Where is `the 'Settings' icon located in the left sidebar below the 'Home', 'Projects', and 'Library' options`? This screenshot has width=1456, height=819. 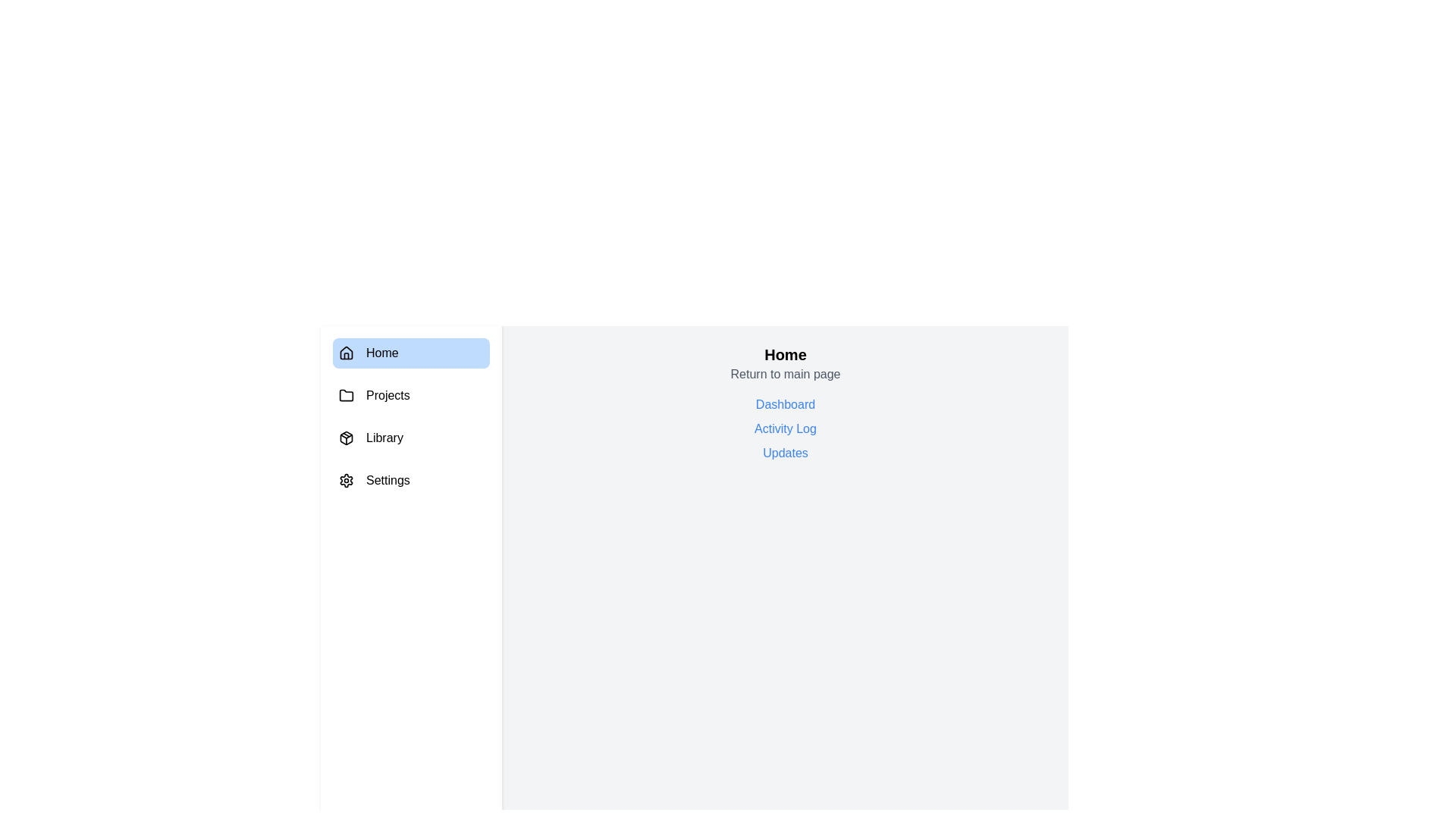 the 'Settings' icon located in the left sidebar below the 'Home', 'Projects', and 'Library' options is located at coordinates (345, 480).